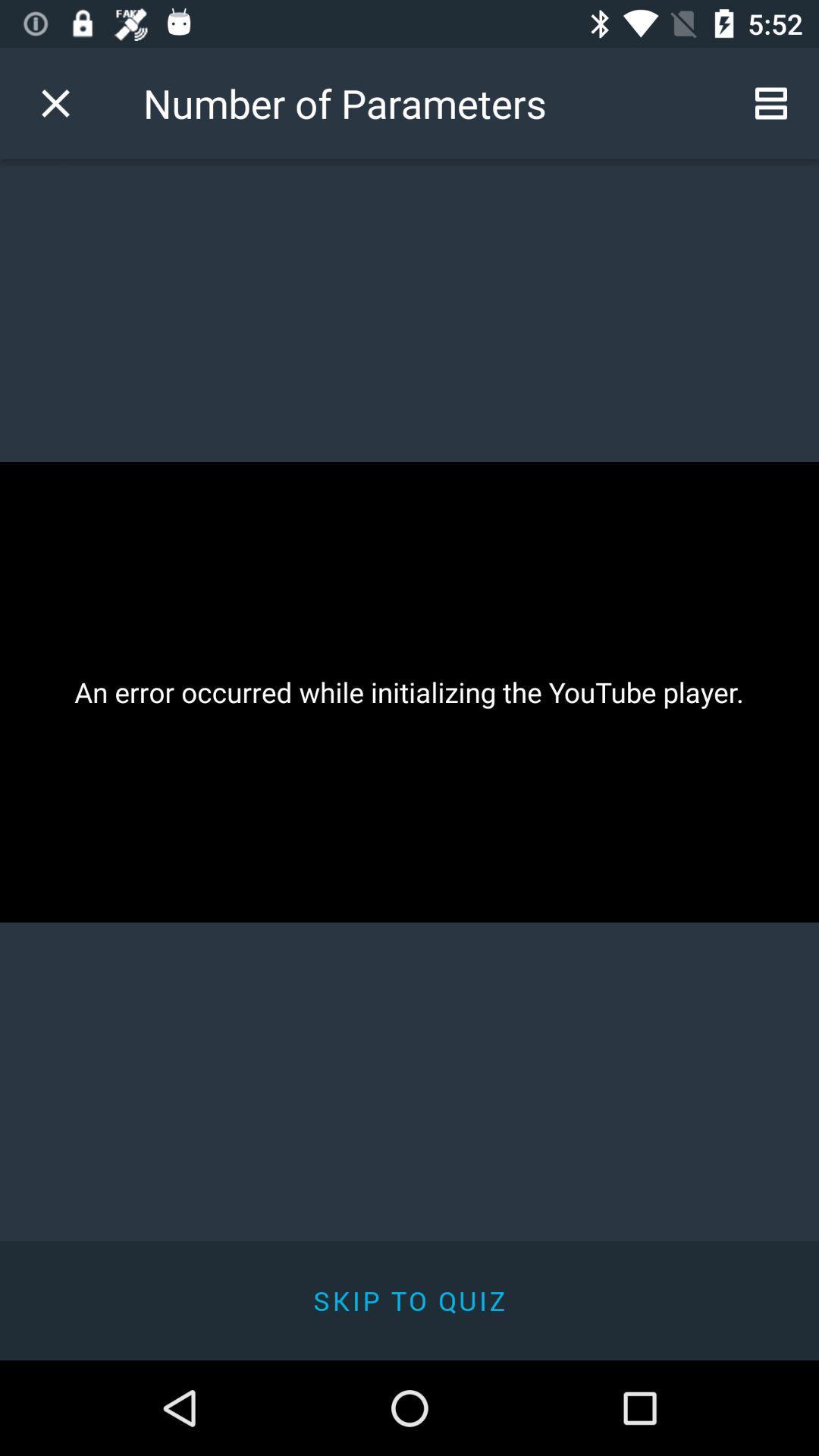 The width and height of the screenshot is (819, 1456). Describe the element at coordinates (771, 102) in the screenshot. I see `item above the an error occurred app` at that location.